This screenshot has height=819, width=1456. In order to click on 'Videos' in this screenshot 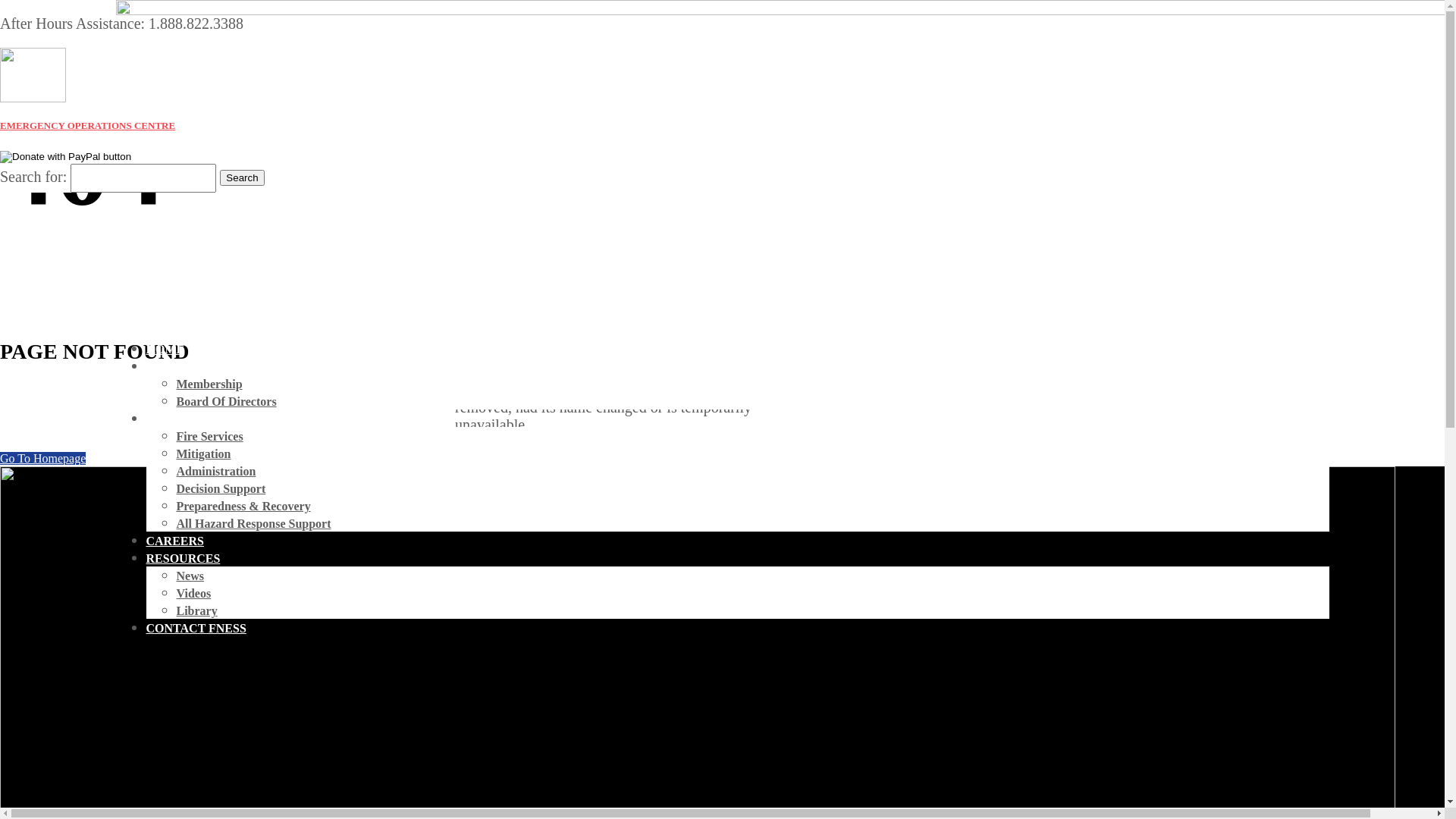, I will do `click(192, 592)`.